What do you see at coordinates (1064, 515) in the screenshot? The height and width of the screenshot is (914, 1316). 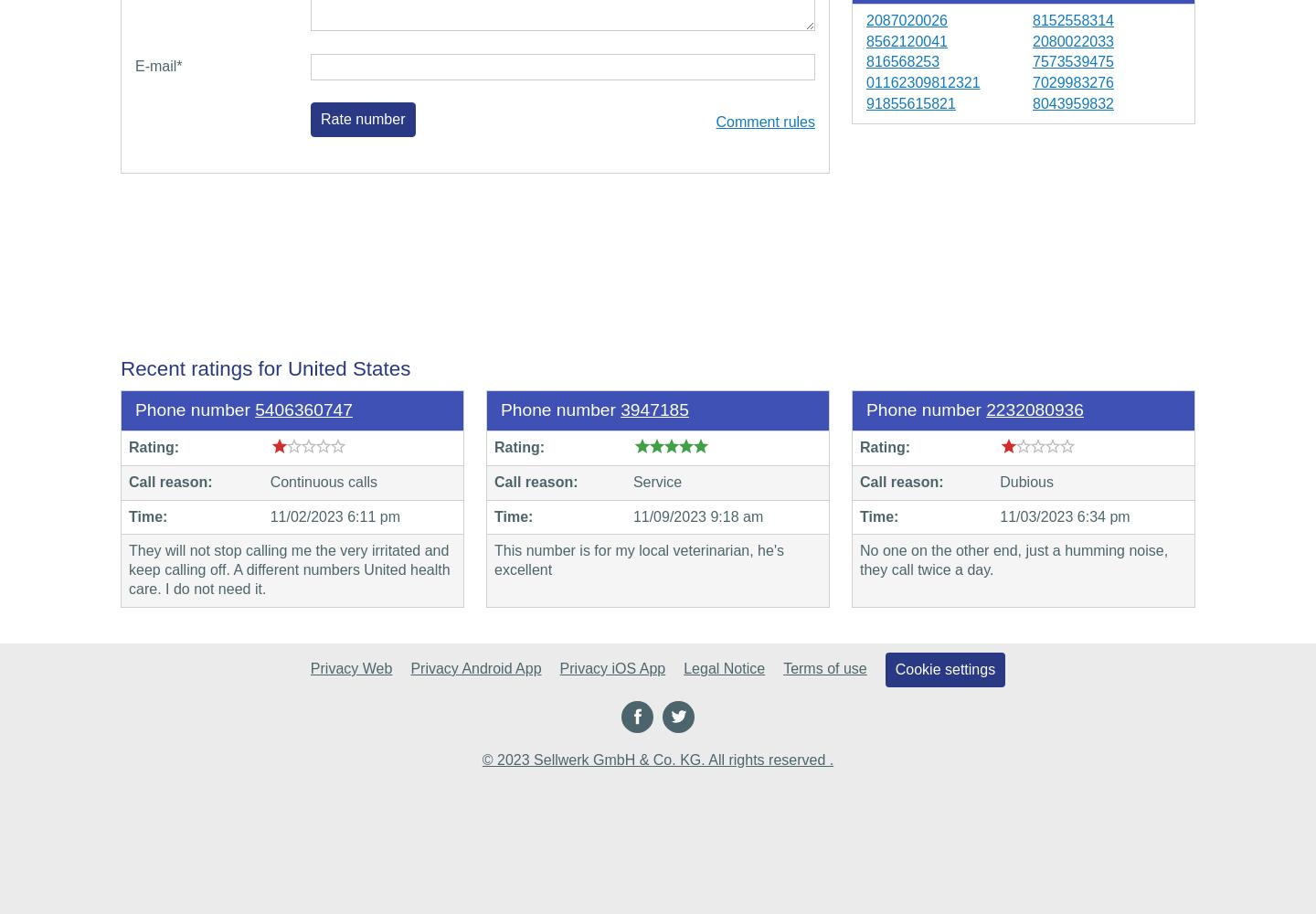 I see `'11/03/2023 6:34 pm'` at bounding box center [1064, 515].